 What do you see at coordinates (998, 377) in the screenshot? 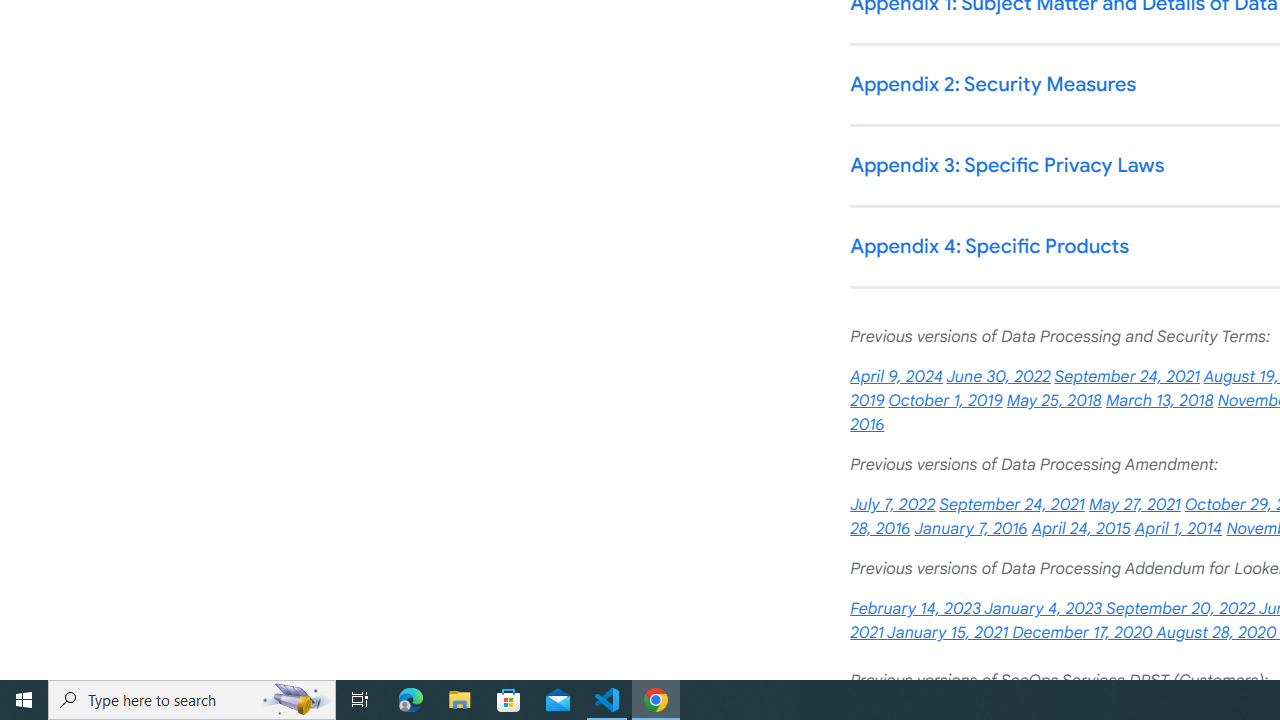
I see `'June 30, 2022'` at bounding box center [998, 377].